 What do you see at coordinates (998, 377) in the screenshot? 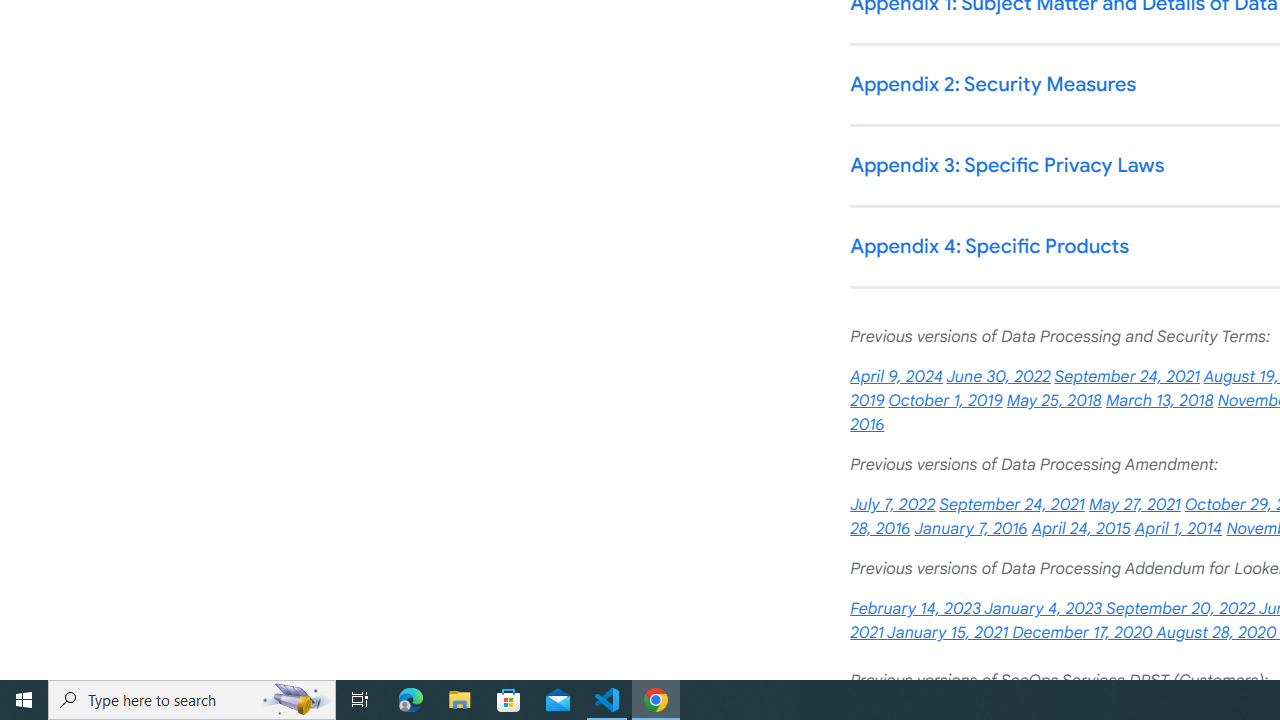
I see `'June 30, 2022'` at bounding box center [998, 377].